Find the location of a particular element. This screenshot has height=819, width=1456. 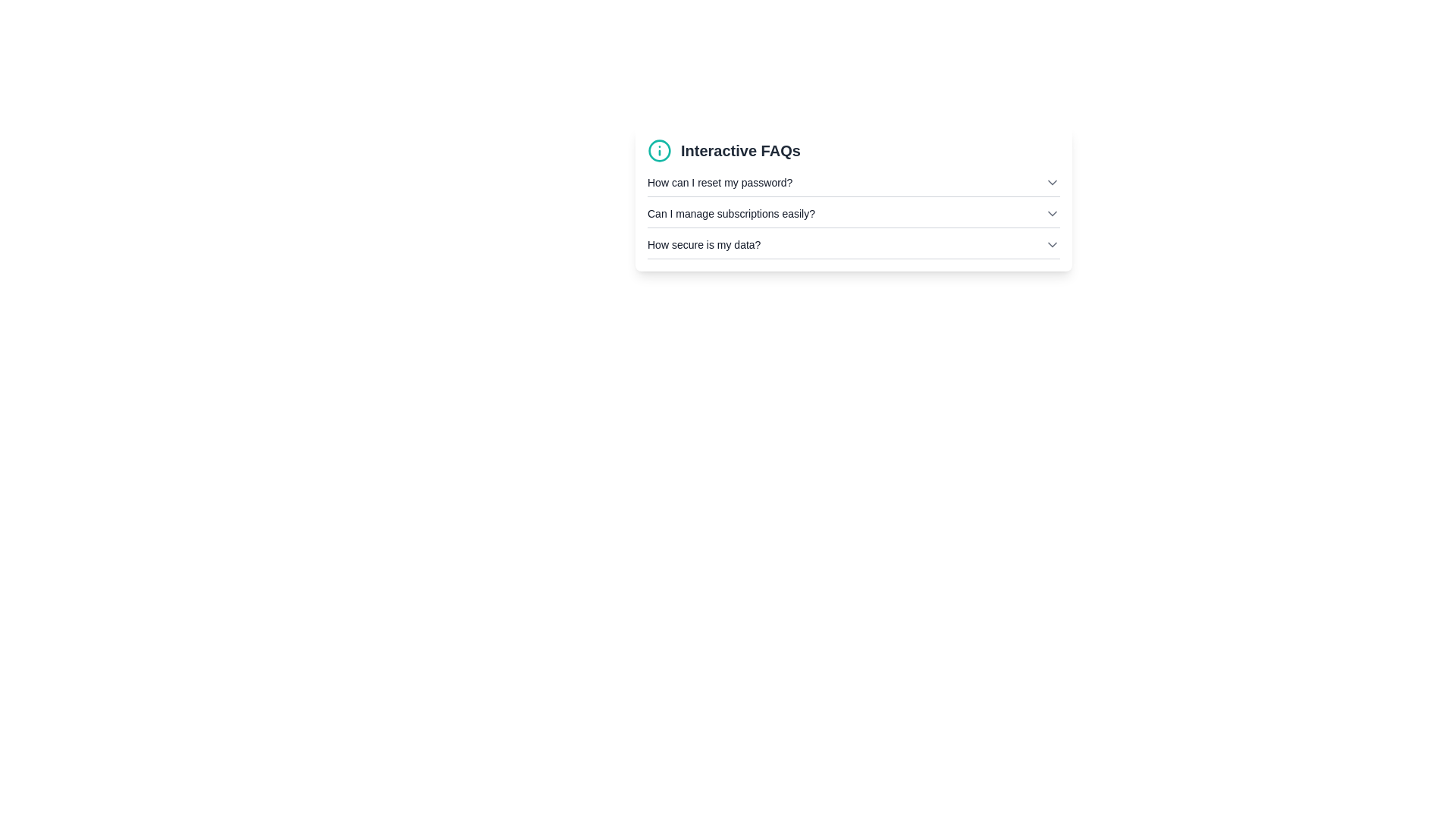

the icon representing additional details for the 'Interactive FAQs' section to trigger tooltip or highlight effects is located at coordinates (659, 151).